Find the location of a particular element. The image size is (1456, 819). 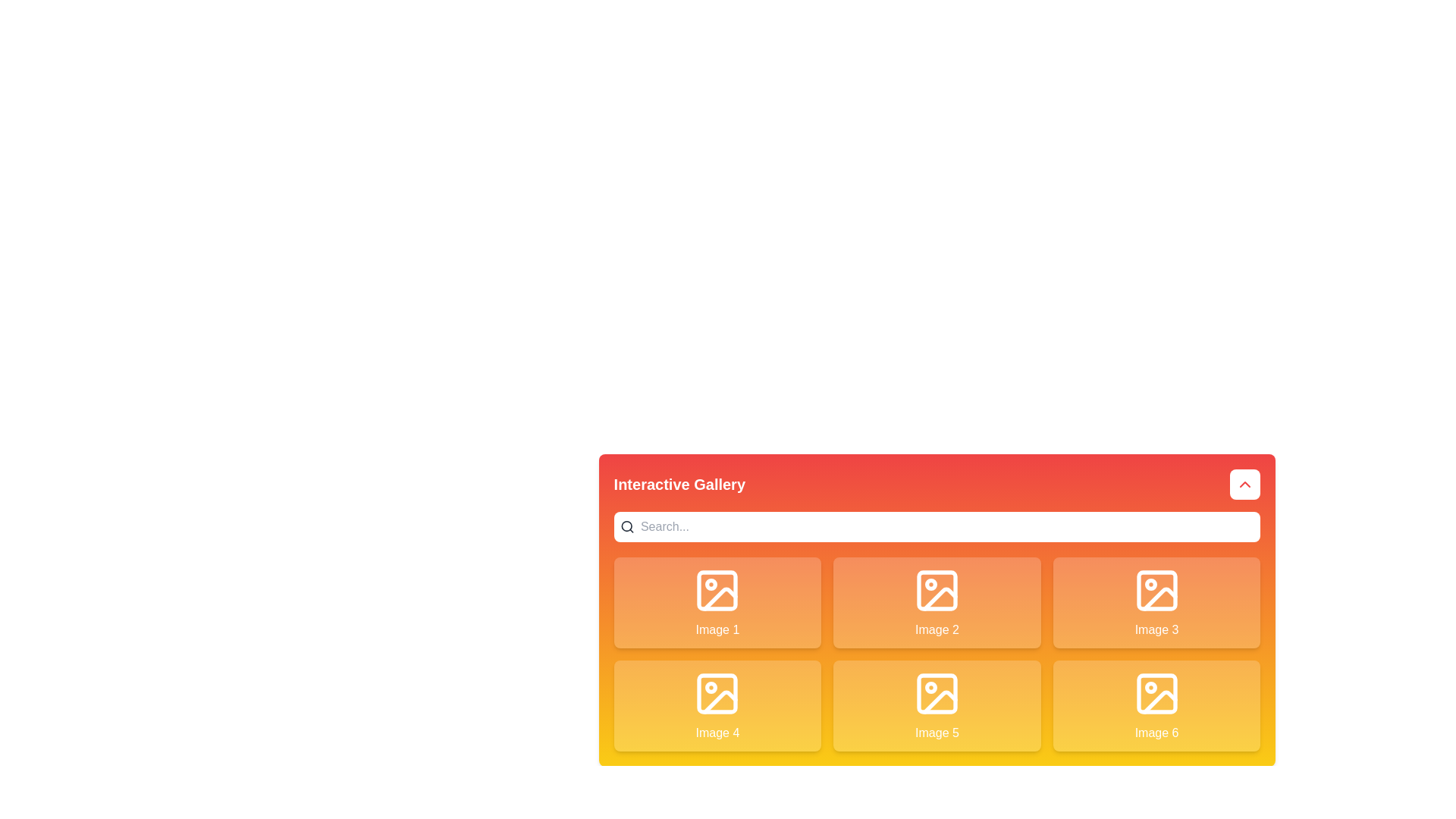

the decorative graphical component of the icon located in the fifth image slot, which symbolizes part of the icon's design in the bottom-left corner is located at coordinates (939, 702).